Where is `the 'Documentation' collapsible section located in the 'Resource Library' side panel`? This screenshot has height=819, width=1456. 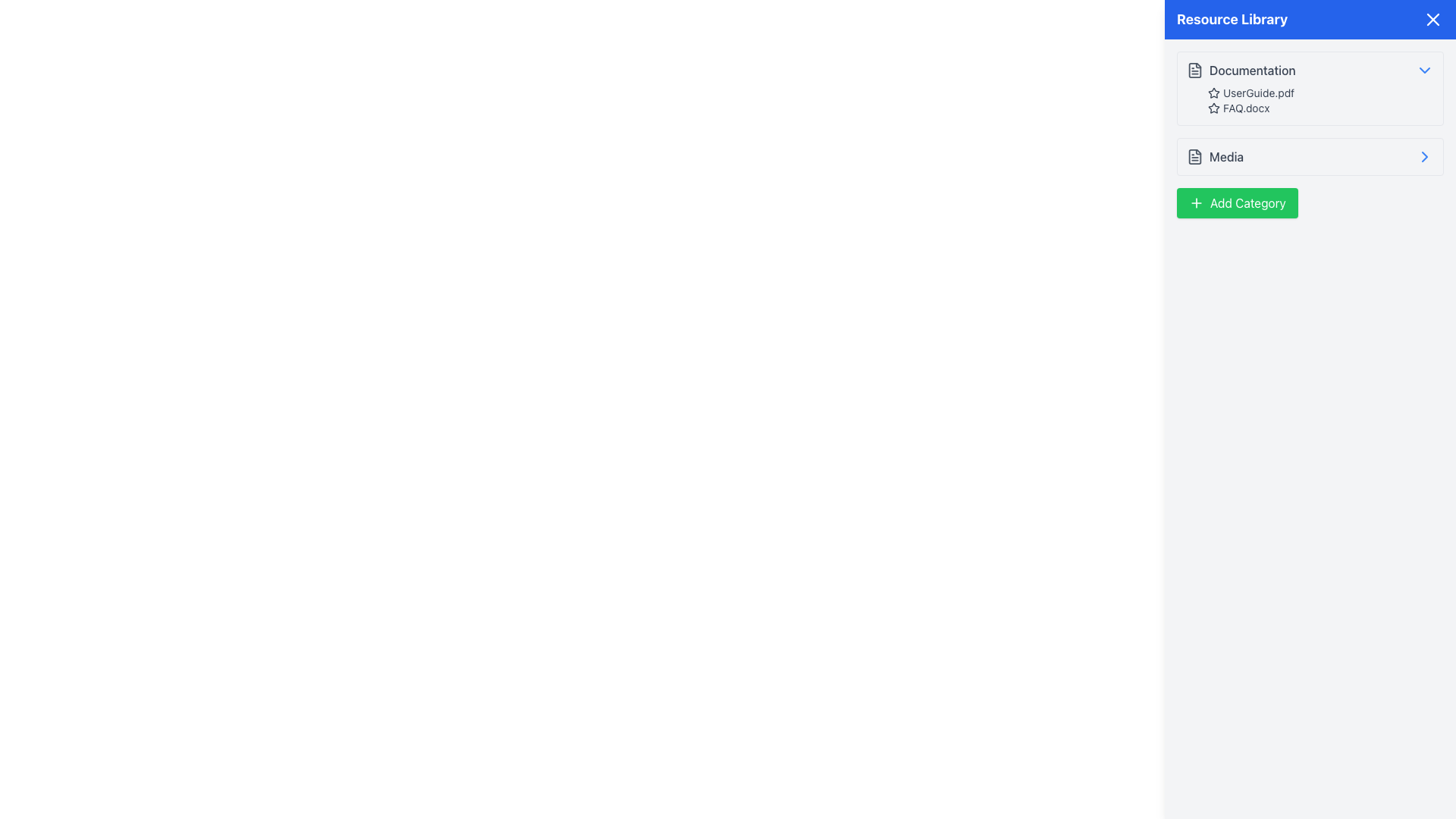
the 'Documentation' collapsible section located in the 'Resource Library' side panel is located at coordinates (1310, 88).